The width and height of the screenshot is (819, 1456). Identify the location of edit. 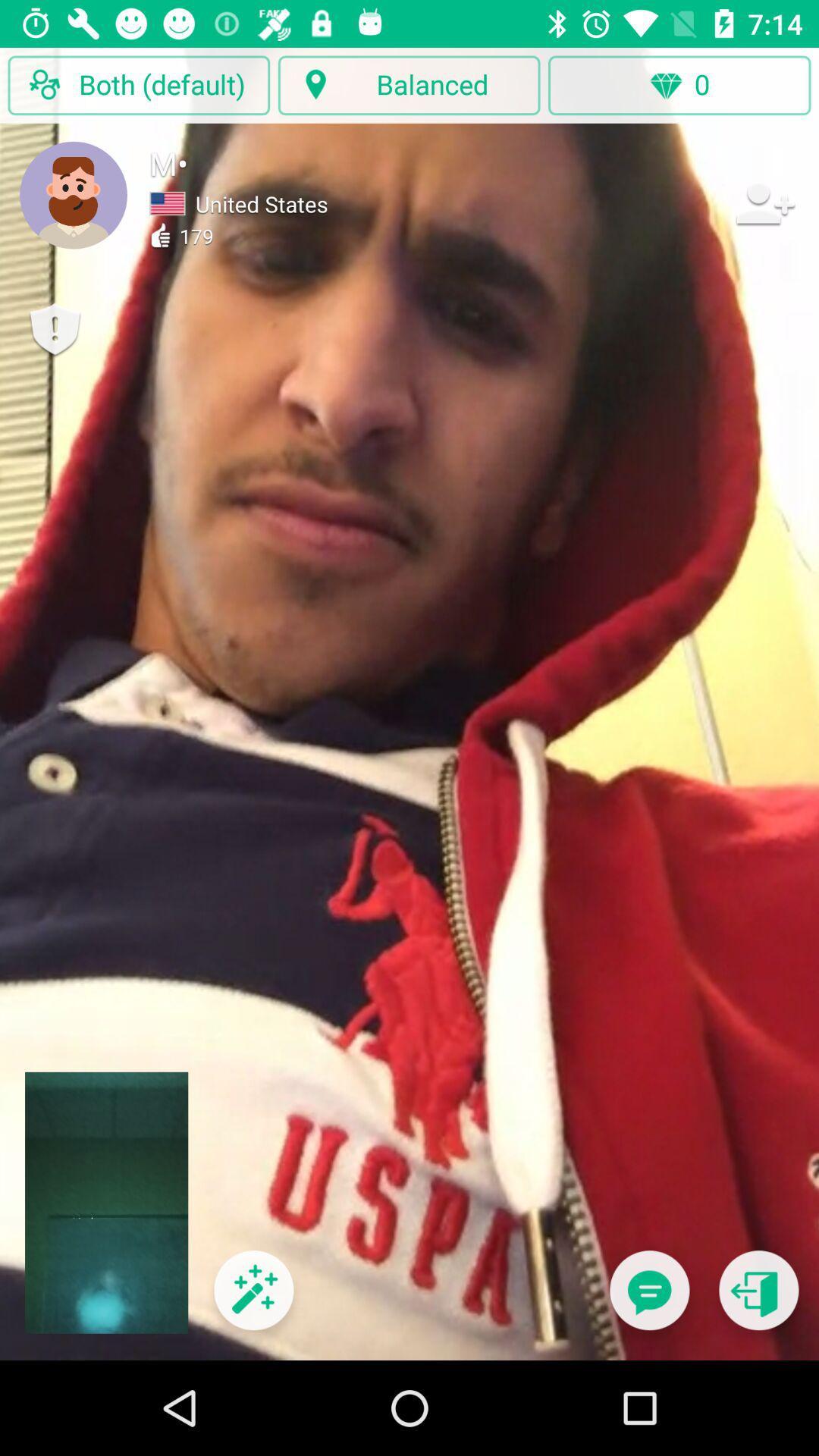
(253, 1299).